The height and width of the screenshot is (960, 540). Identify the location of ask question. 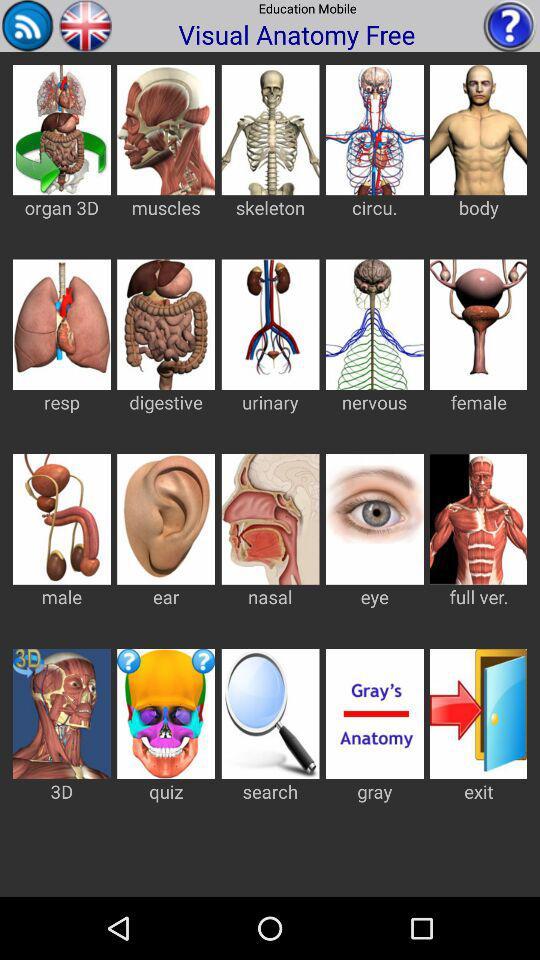
(509, 24).